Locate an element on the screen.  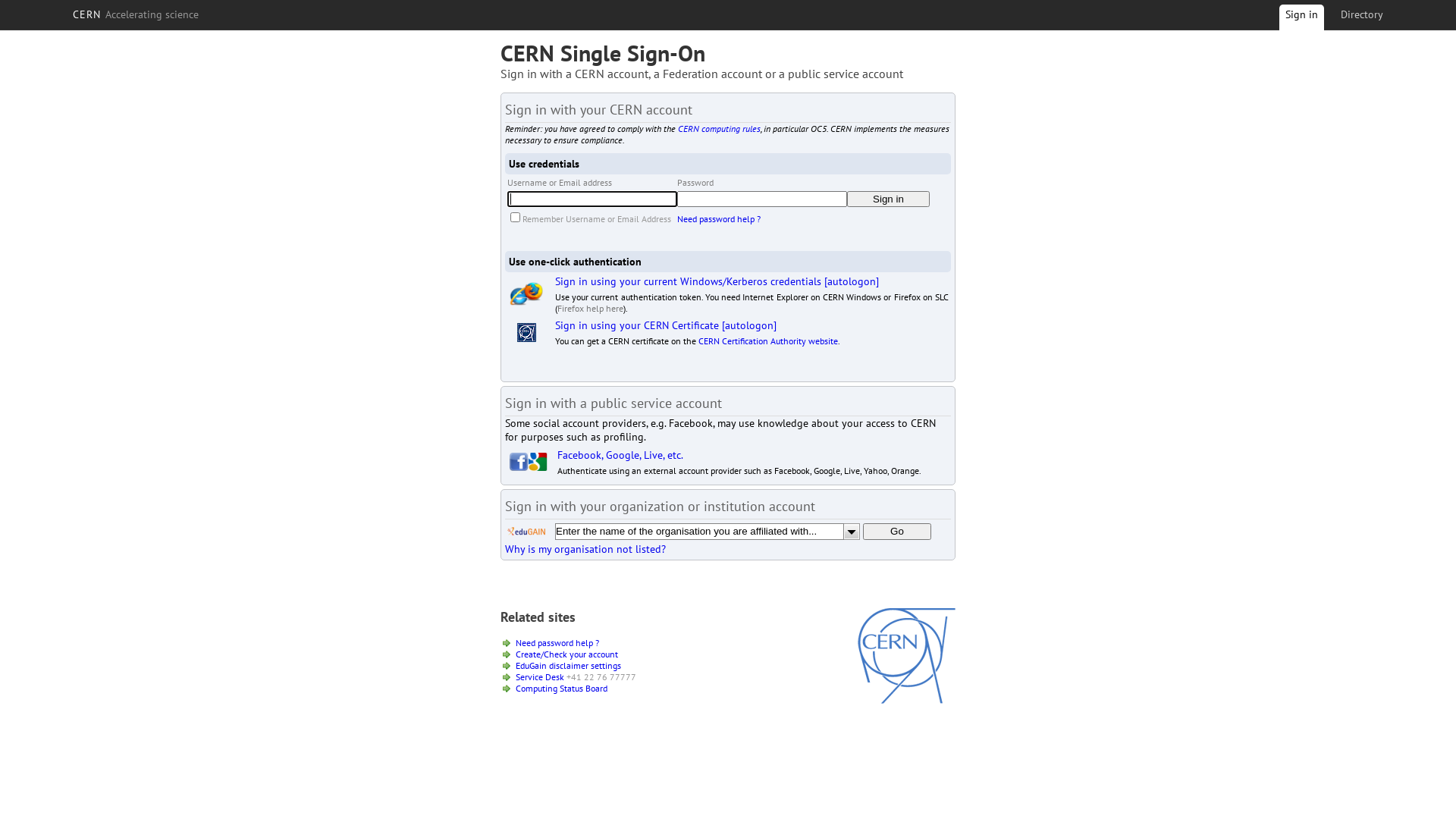
'Go' is located at coordinates (896, 531).